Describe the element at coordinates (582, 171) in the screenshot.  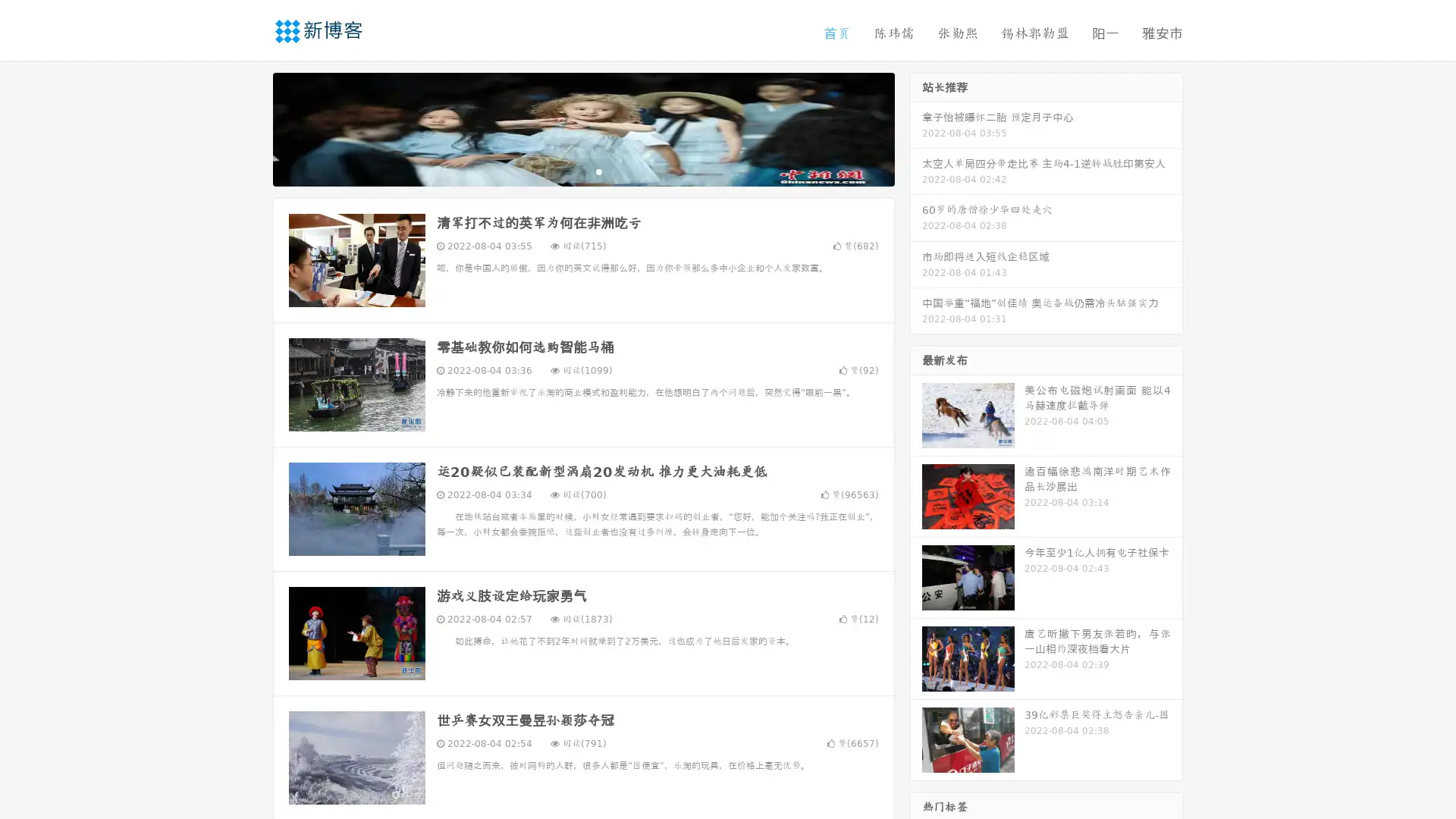
I see `Go to slide 2` at that location.